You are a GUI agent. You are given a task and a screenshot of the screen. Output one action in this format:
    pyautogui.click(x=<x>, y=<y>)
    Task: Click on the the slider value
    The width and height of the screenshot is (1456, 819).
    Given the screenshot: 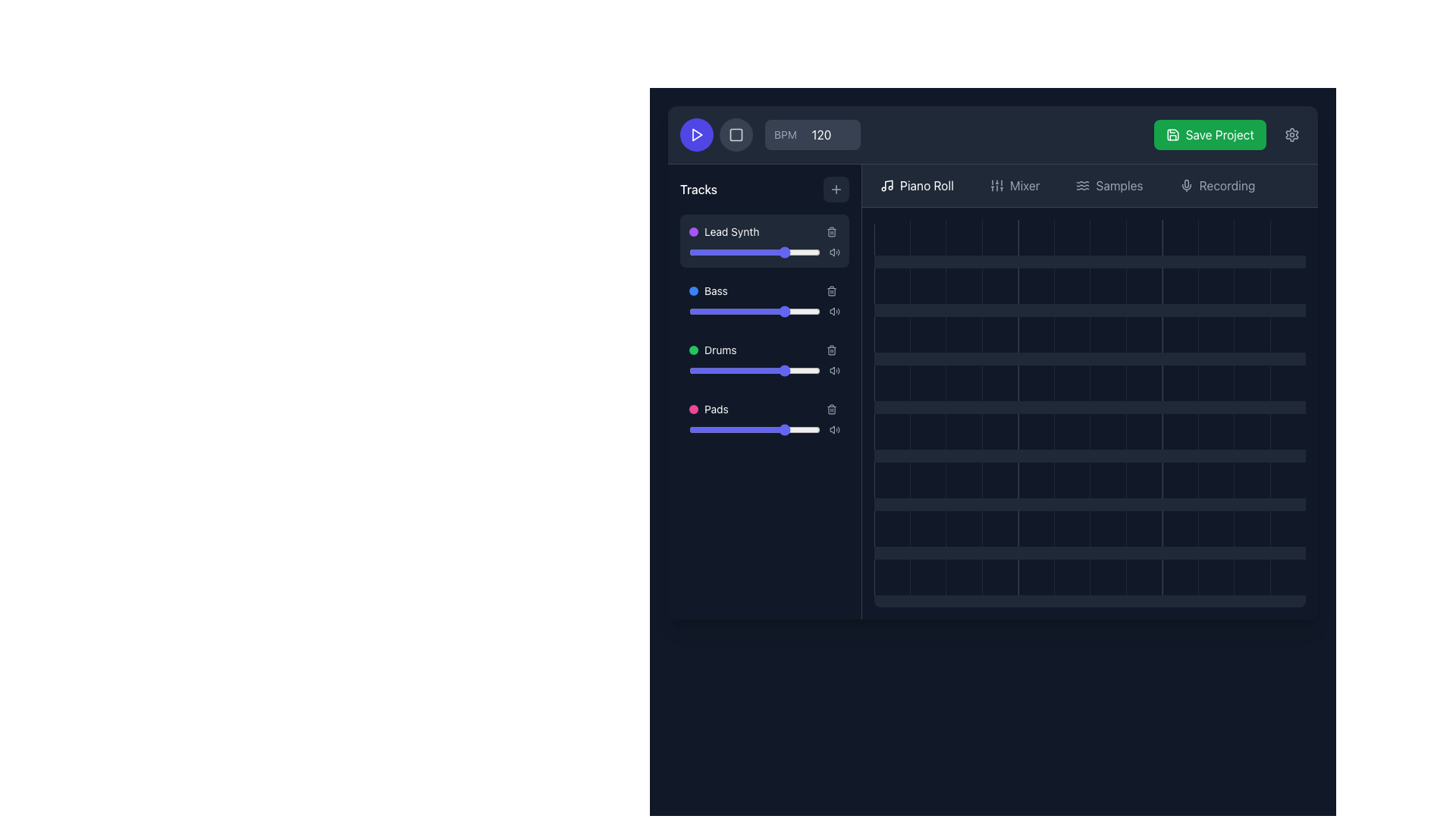 What is the action you would take?
    pyautogui.click(x=773, y=371)
    